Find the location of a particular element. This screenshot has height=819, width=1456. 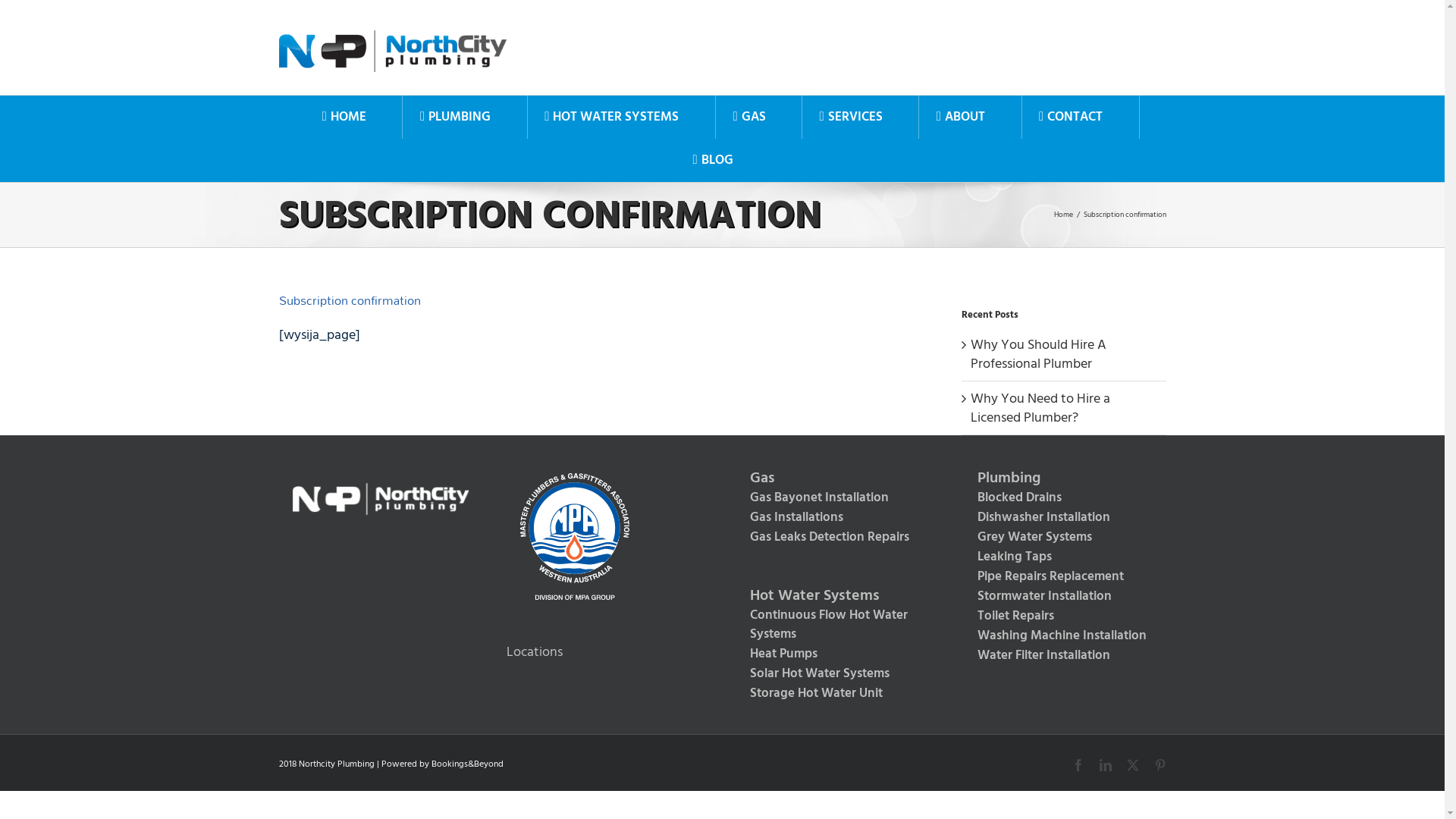

'Solar Hot Water Systems' is located at coordinates (835, 673).